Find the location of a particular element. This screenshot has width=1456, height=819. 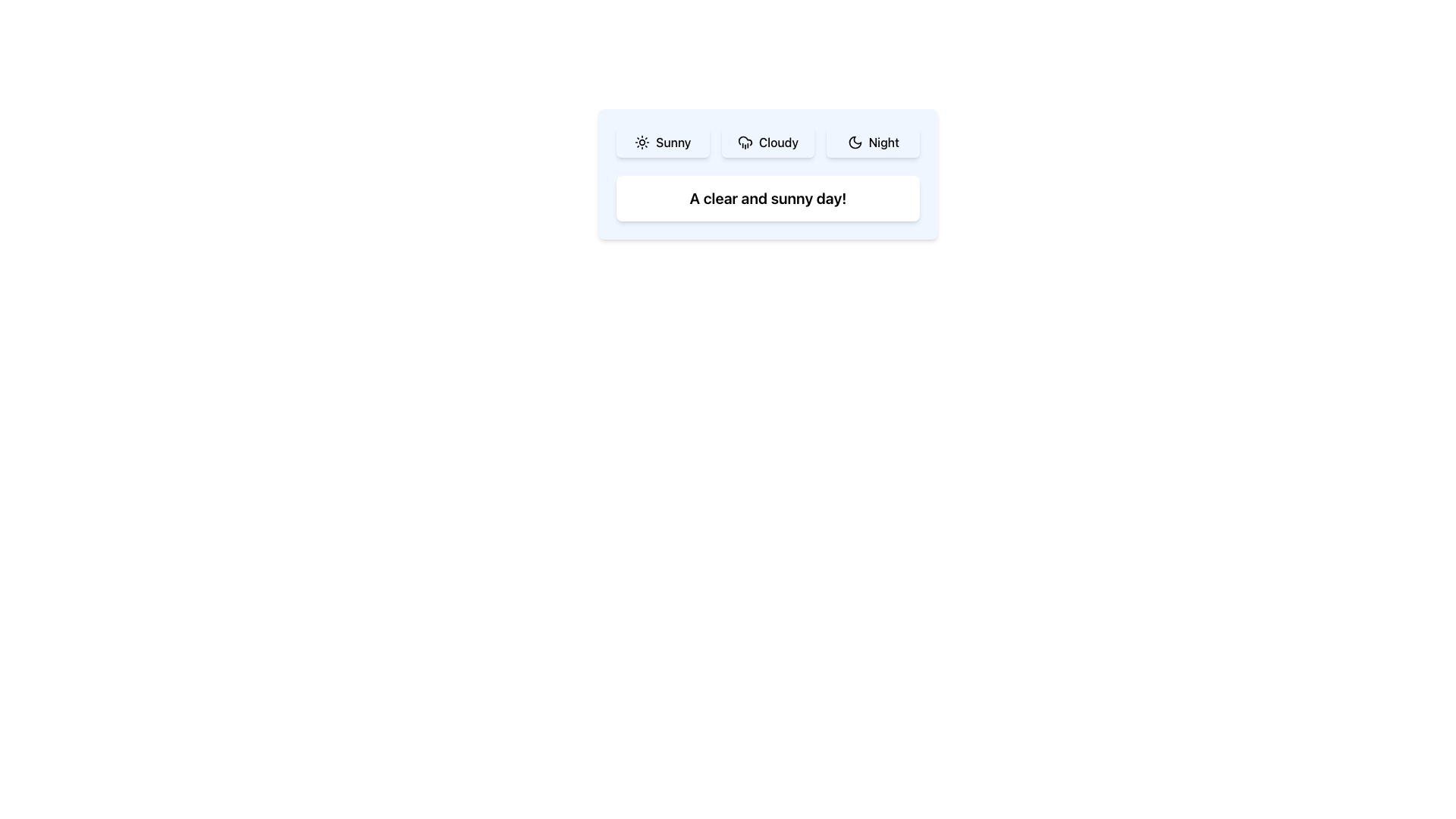

the 'Night' button, which features a crescent moon icon and is the third button in a group of three is located at coordinates (873, 143).